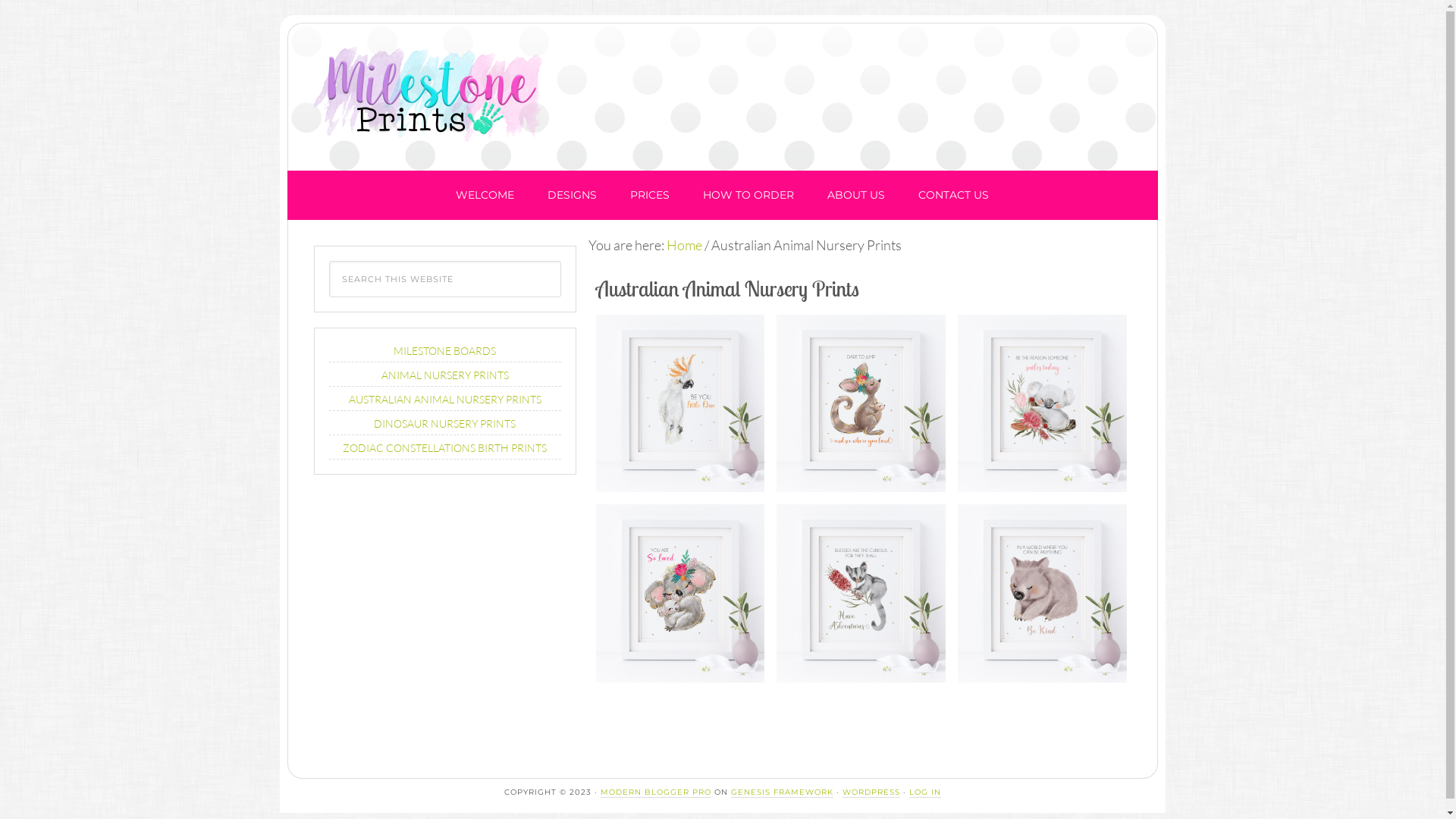 Image resolution: width=1456 pixels, height=819 pixels. Describe the element at coordinates (444, 350) in the screenshot. I see `'MILESTONE BOARDS'` at that location.